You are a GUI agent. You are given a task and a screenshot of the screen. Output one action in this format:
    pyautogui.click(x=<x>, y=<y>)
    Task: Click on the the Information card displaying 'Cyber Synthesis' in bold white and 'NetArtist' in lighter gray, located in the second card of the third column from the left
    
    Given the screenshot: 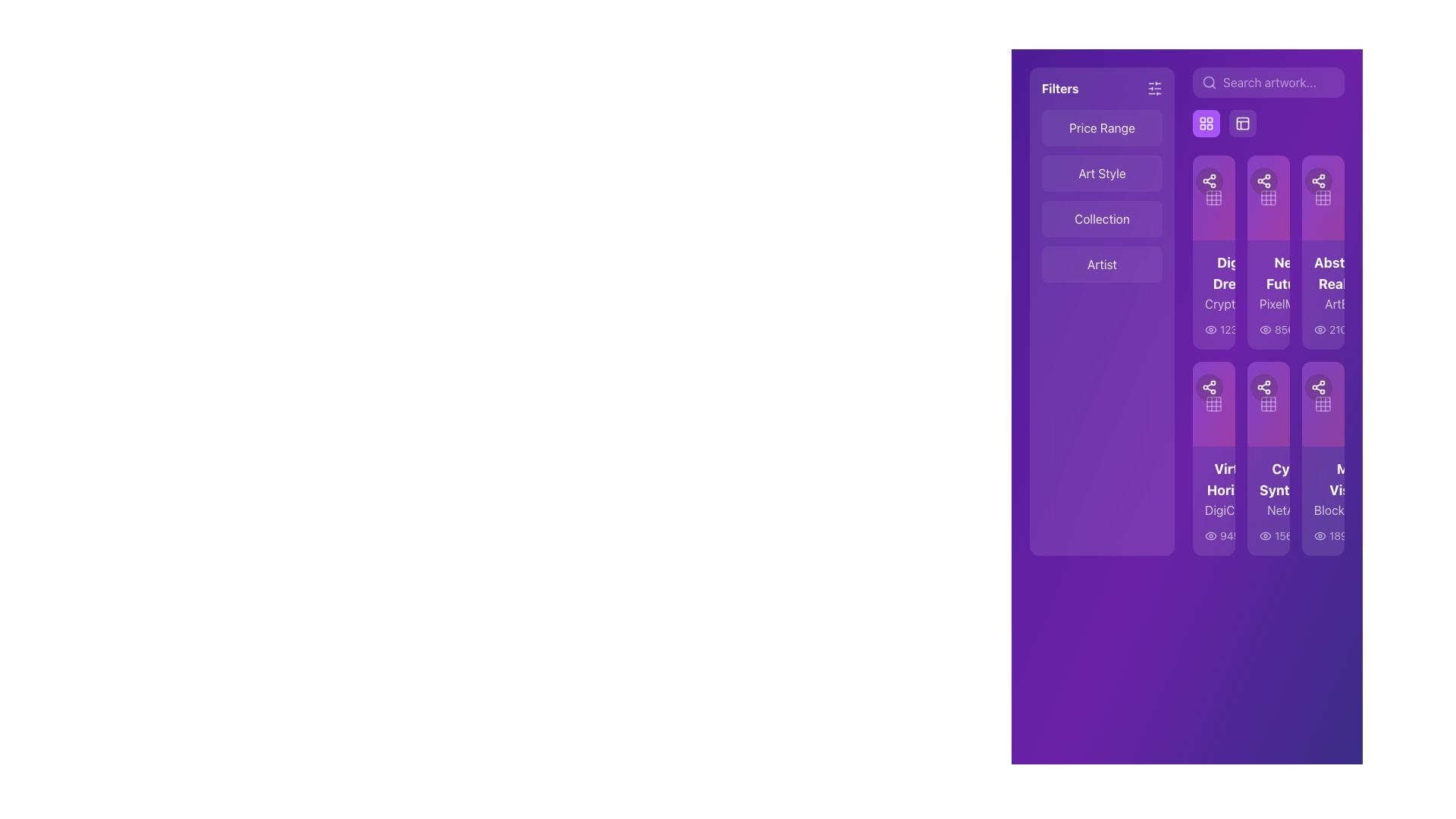 What is the action you would take?
    pyautogui.click(x=1269, y=500)
    